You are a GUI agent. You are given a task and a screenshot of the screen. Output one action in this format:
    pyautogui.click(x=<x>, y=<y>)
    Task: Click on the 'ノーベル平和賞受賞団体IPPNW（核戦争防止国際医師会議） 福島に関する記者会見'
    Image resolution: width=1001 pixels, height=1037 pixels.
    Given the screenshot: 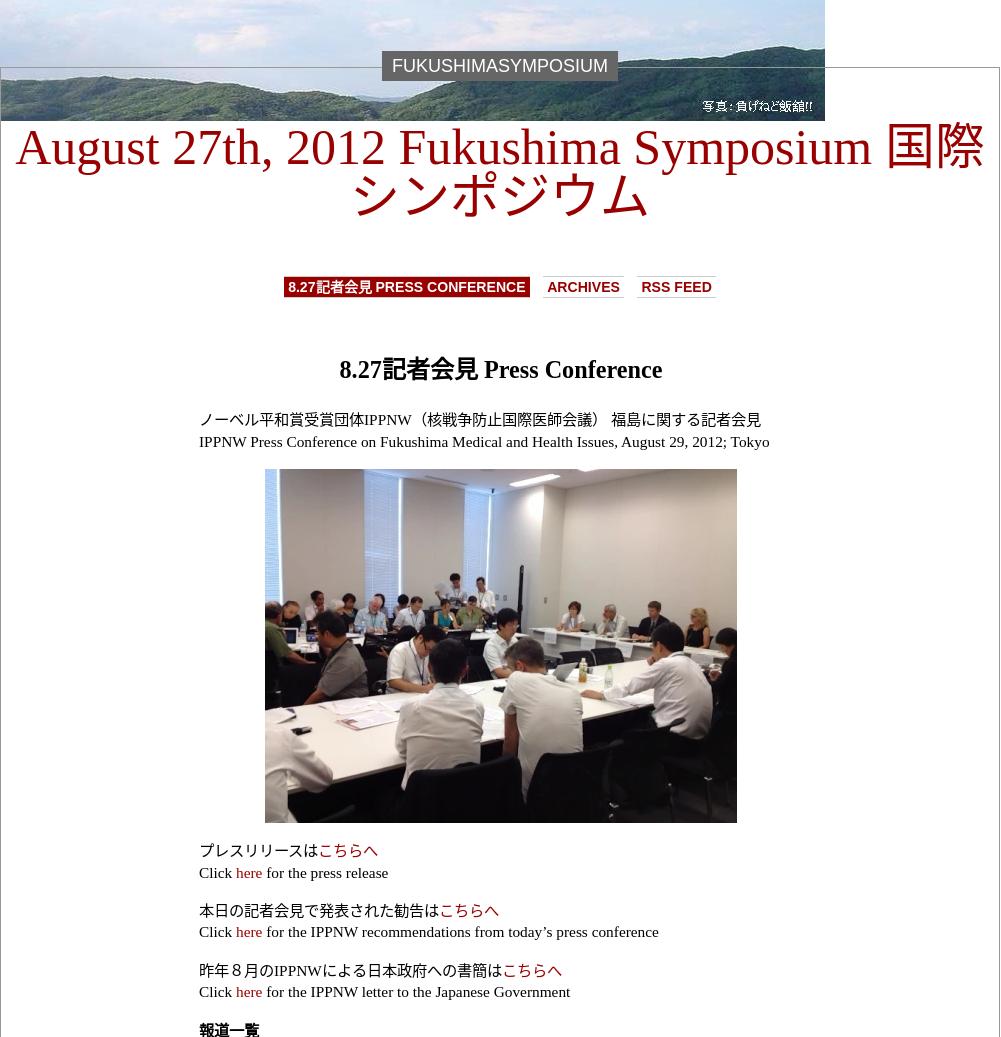 What is the action you would take?
    pyautogui.click(x=479, y=418)
    